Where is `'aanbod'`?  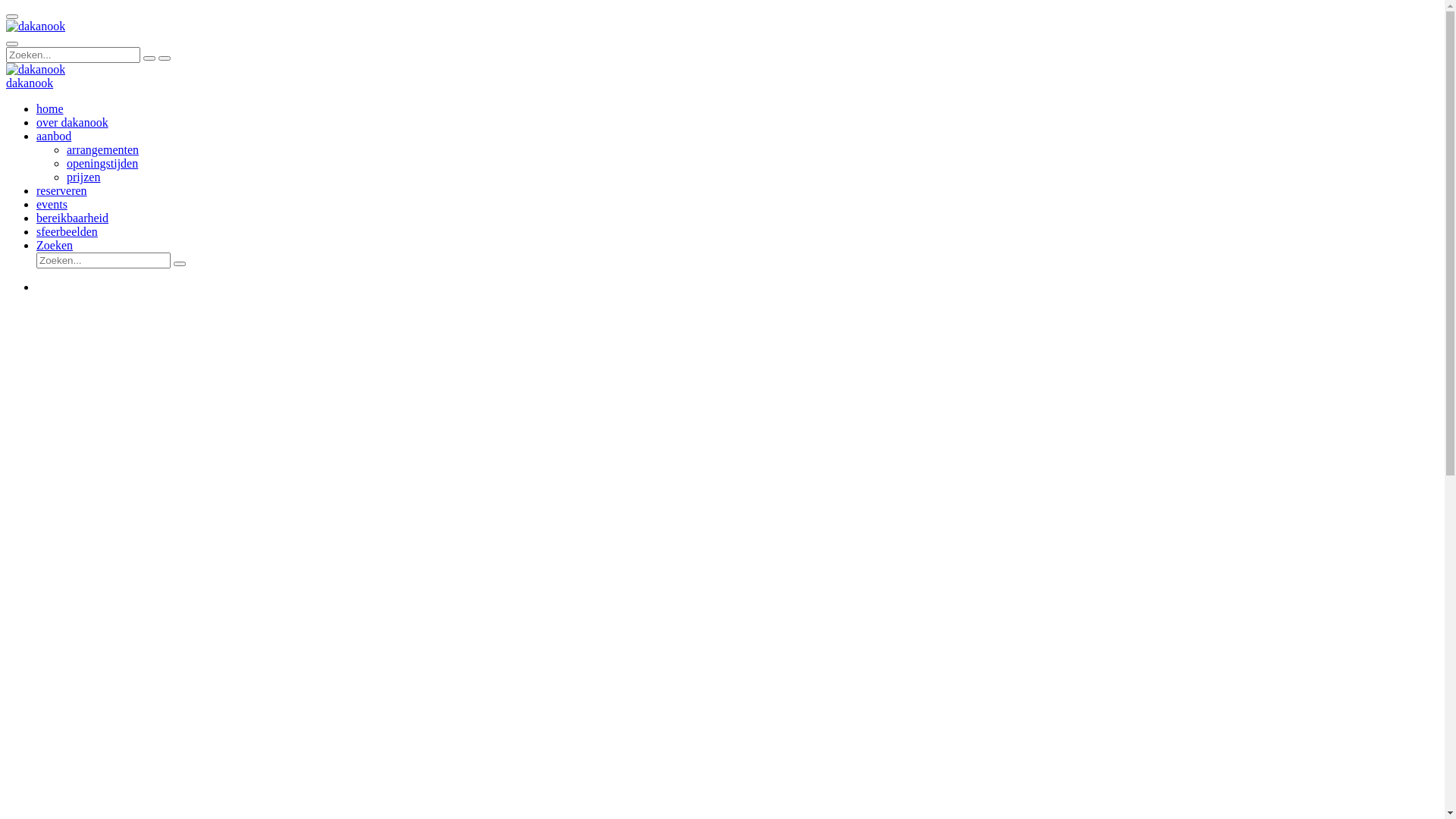
'aanbod' is located at coordinates (54, 135).